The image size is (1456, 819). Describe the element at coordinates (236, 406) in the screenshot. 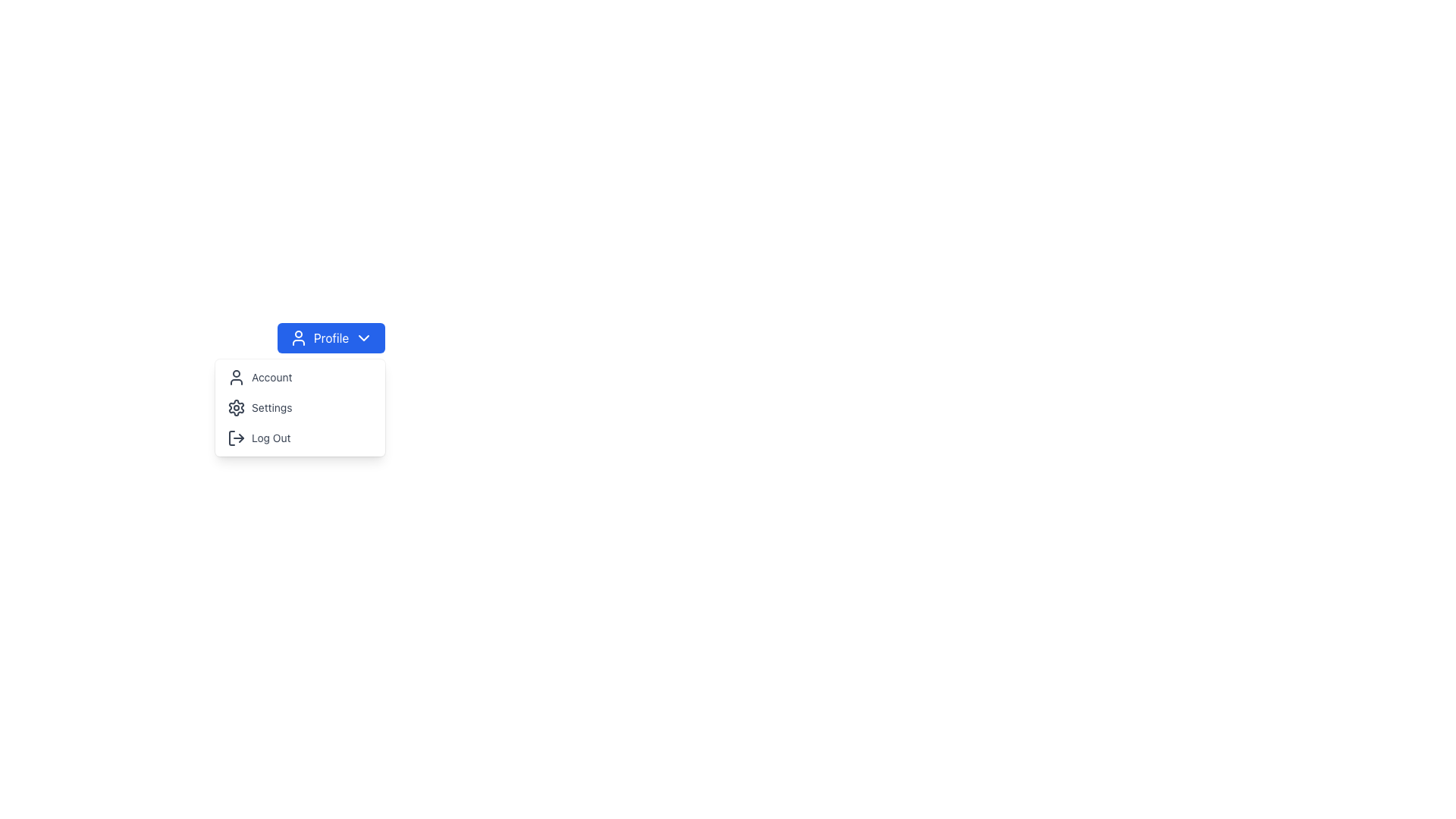

I see `the gear-shaped icon, which is the second item in the dropdown menu's icon list` at that location.